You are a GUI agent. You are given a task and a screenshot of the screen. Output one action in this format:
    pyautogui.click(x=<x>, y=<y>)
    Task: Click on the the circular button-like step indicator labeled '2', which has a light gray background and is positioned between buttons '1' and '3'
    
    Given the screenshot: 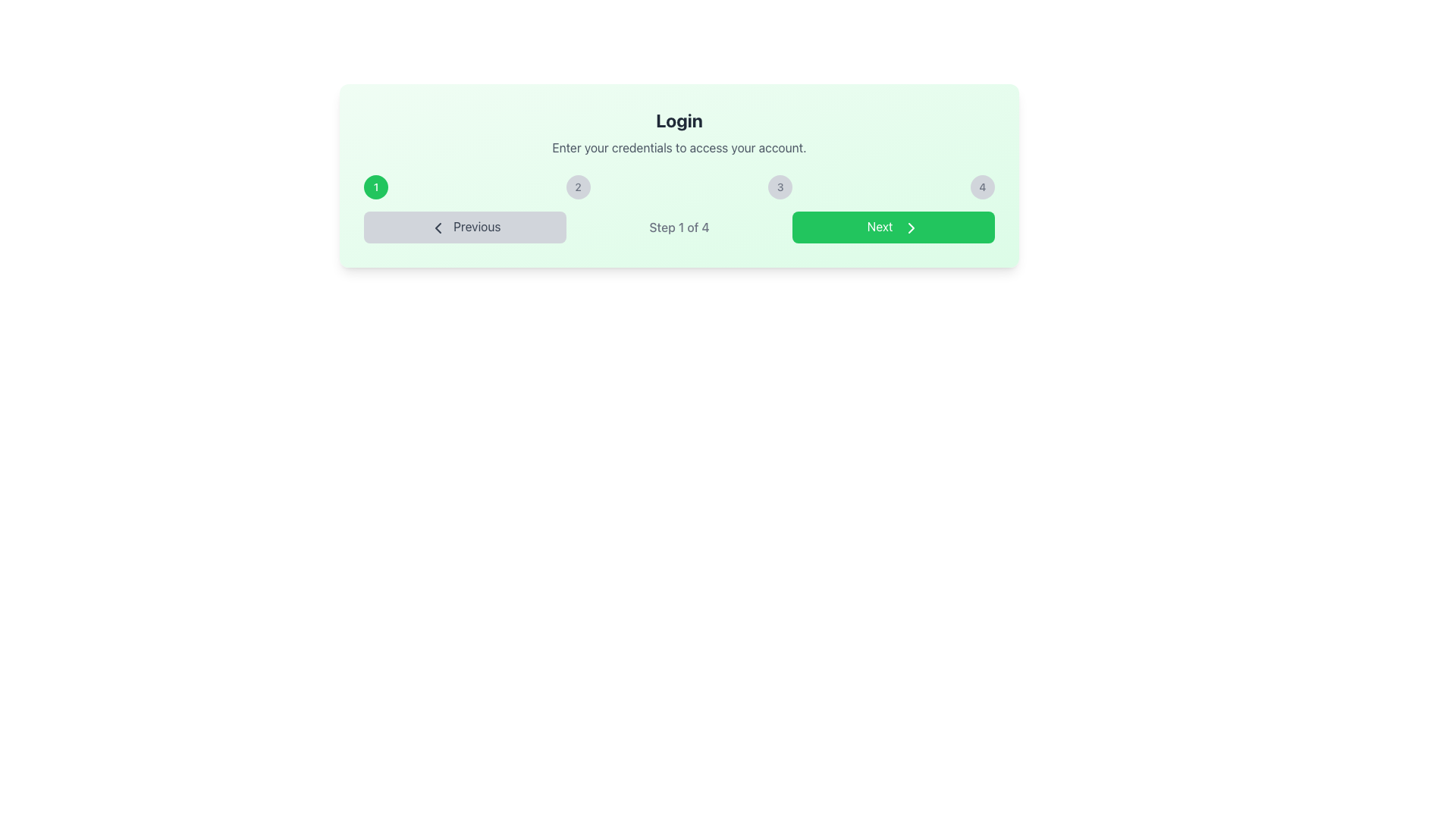 What is the action you would take?
    pyautogui.click(x=577, y=186)
    